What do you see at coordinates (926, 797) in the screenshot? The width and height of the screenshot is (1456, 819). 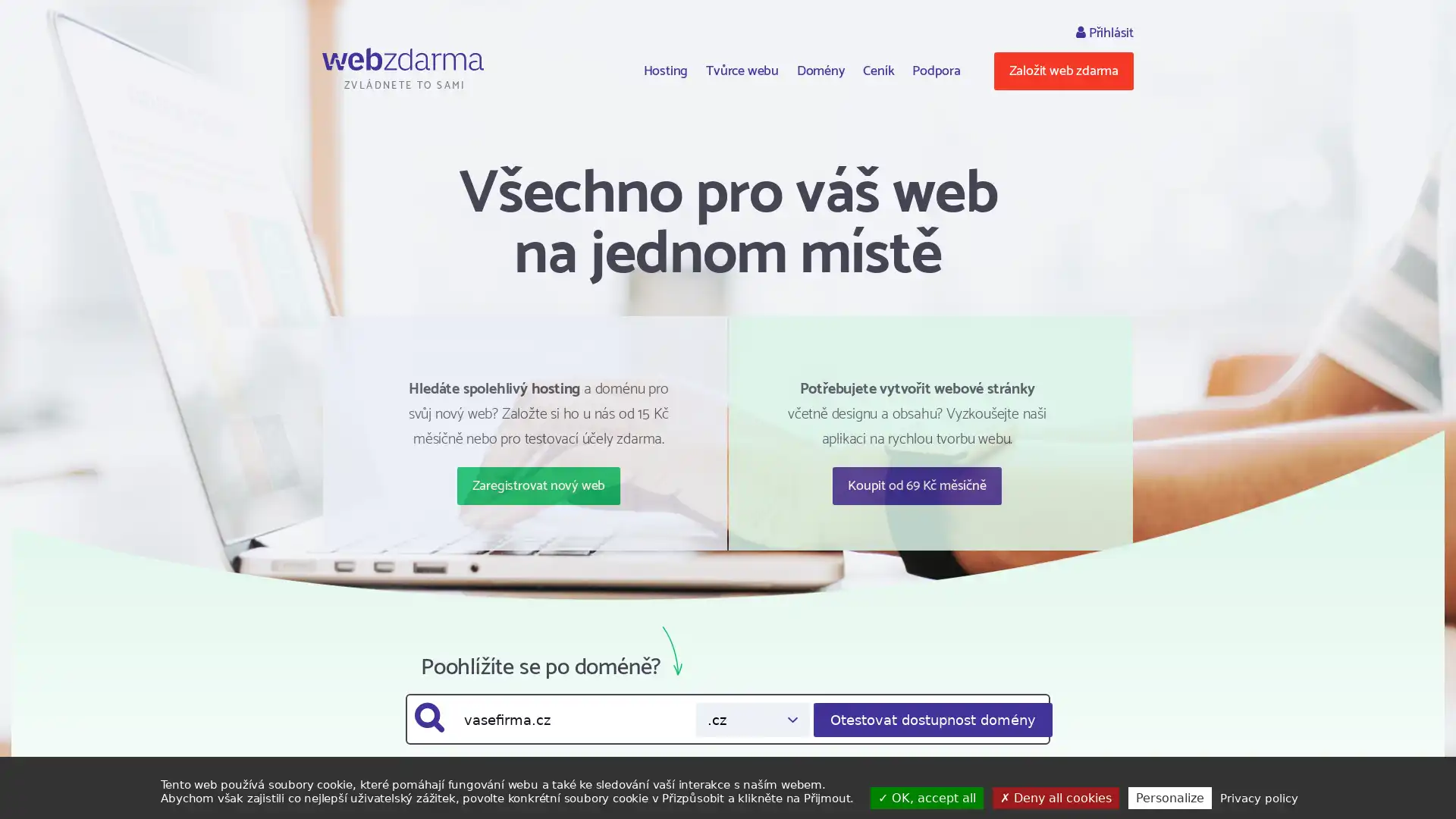 I see `OK, accept all` at bounding box center [926, 797].